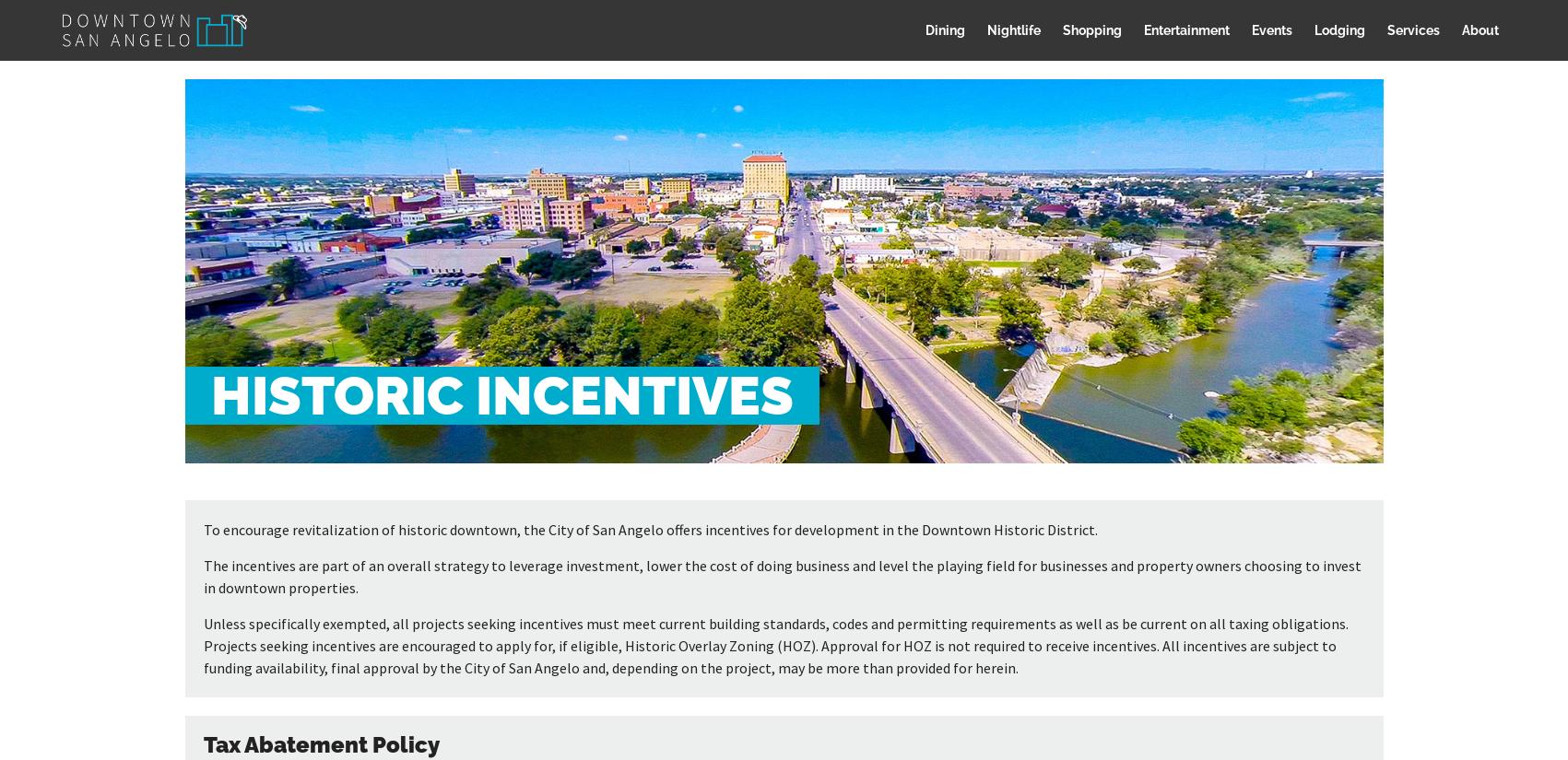  I want to click on 'Shopping', so click(1091, 29).